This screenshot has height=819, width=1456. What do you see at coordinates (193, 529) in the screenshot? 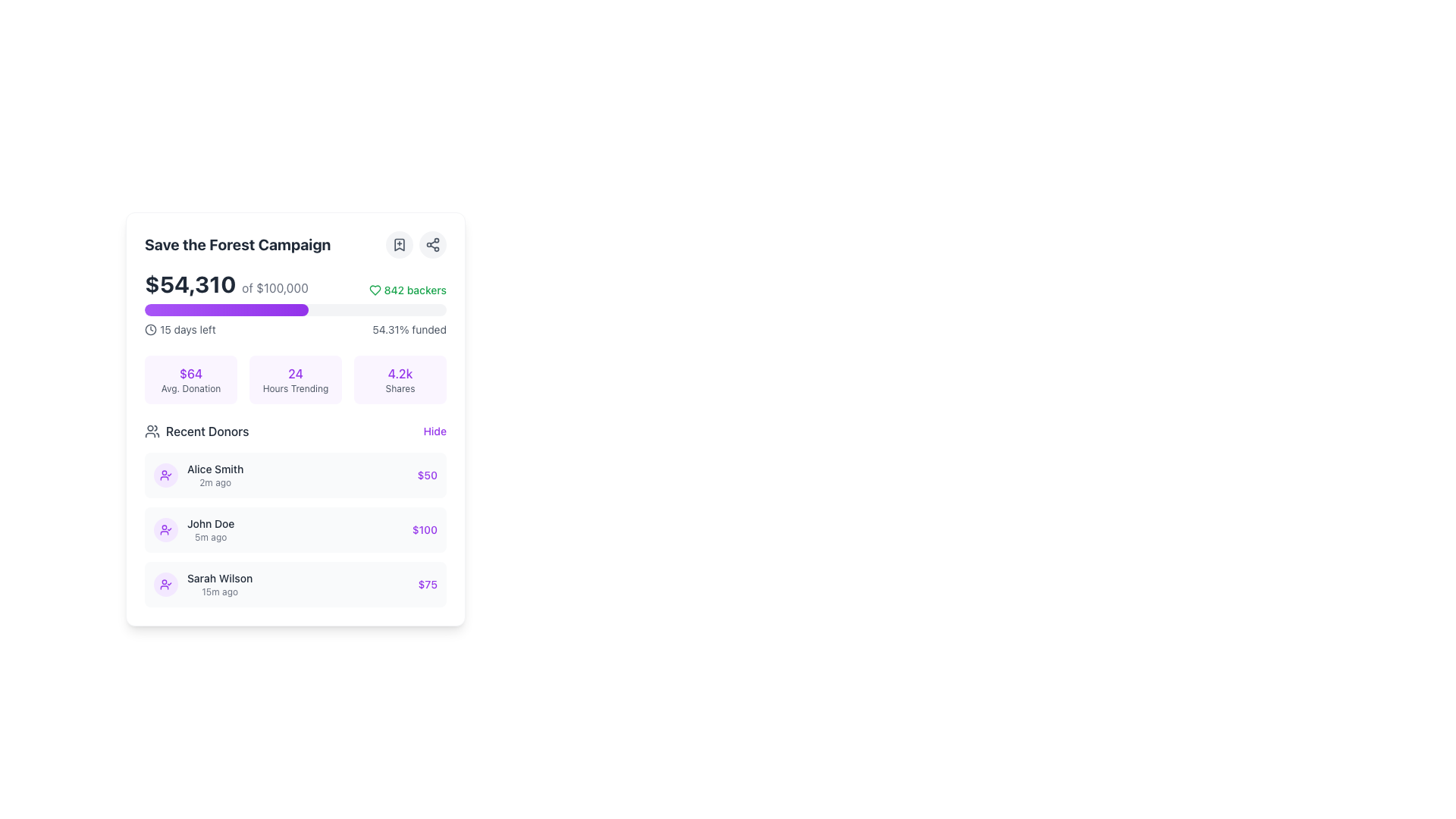
I see `the List item representing the donor's entry for 'John Doe', which includes a purple user profile icon and a timestamp '5m ago'. This is the second row in the 'Recent Donors' section` at bounding box center [193, 529].